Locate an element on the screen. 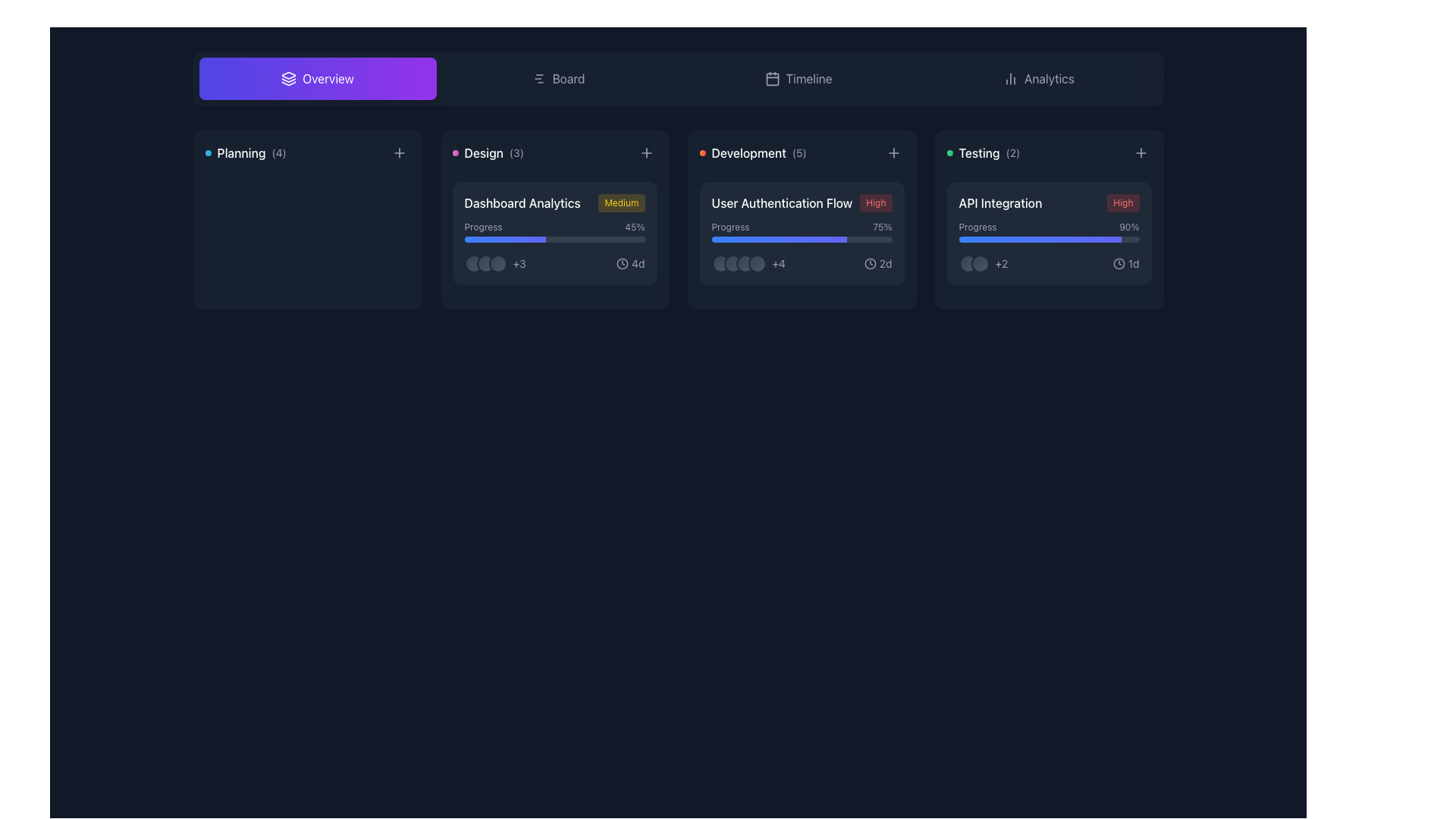 This screenshot has width=1456, height=819. the graphical representation of the circular element that is part of the clock icon located in the bottom-right corner of the 'Dashboard Analytics' card within the 'Design' category section is located at coordinates (623, 262).